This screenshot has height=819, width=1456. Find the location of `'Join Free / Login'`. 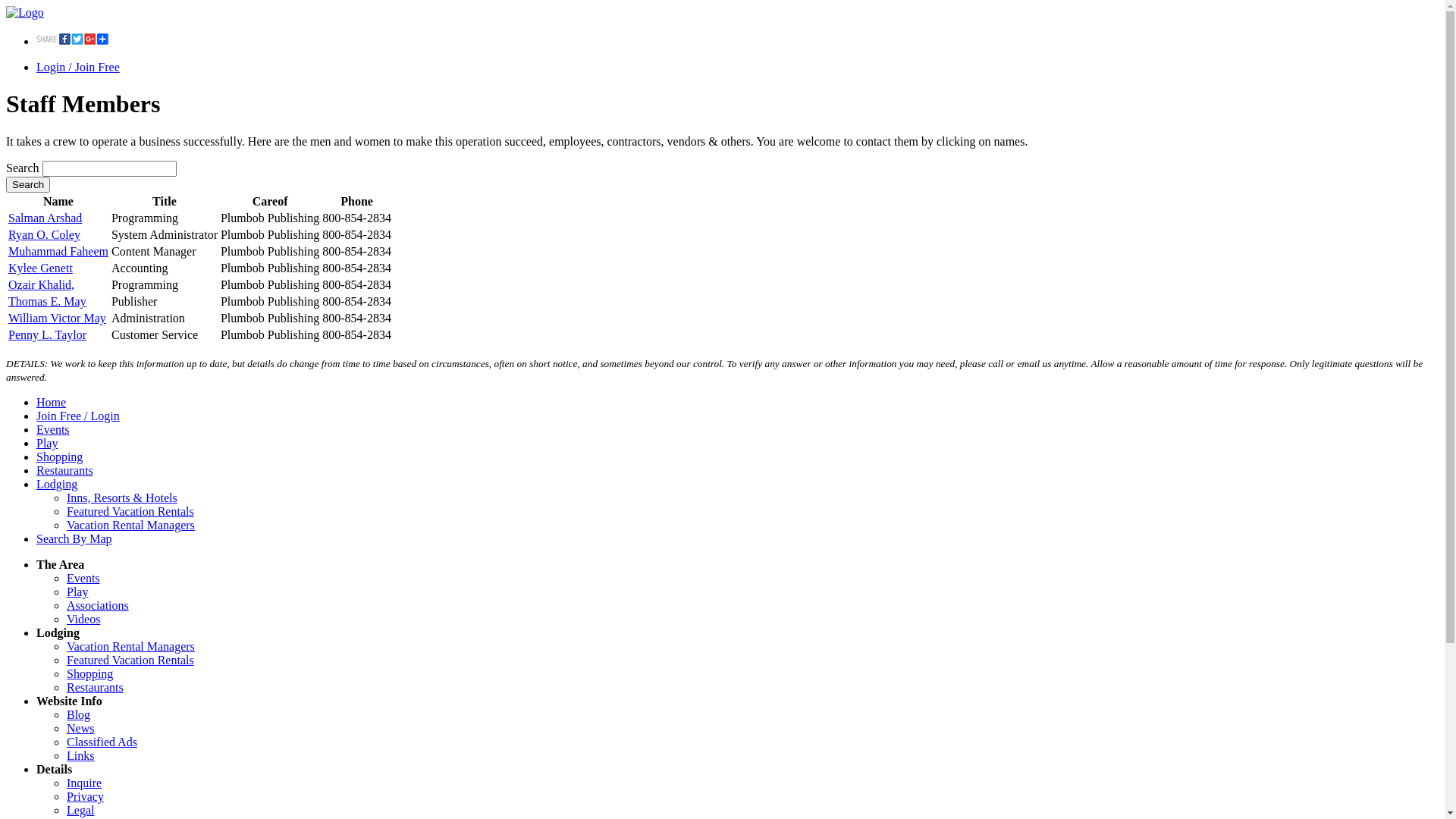

'Join Free / Login' is located at coordinates (36, 416).